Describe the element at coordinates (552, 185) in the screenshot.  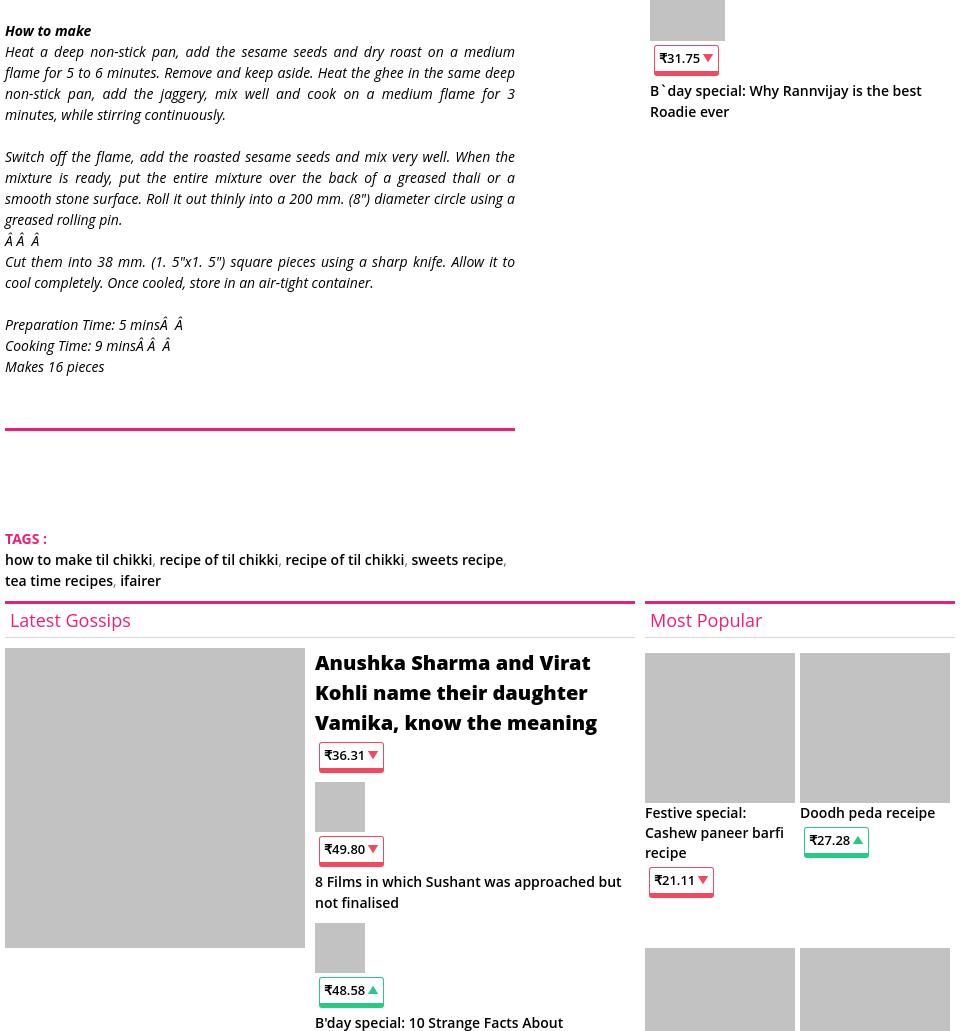
I see `'23.20'` at that location.